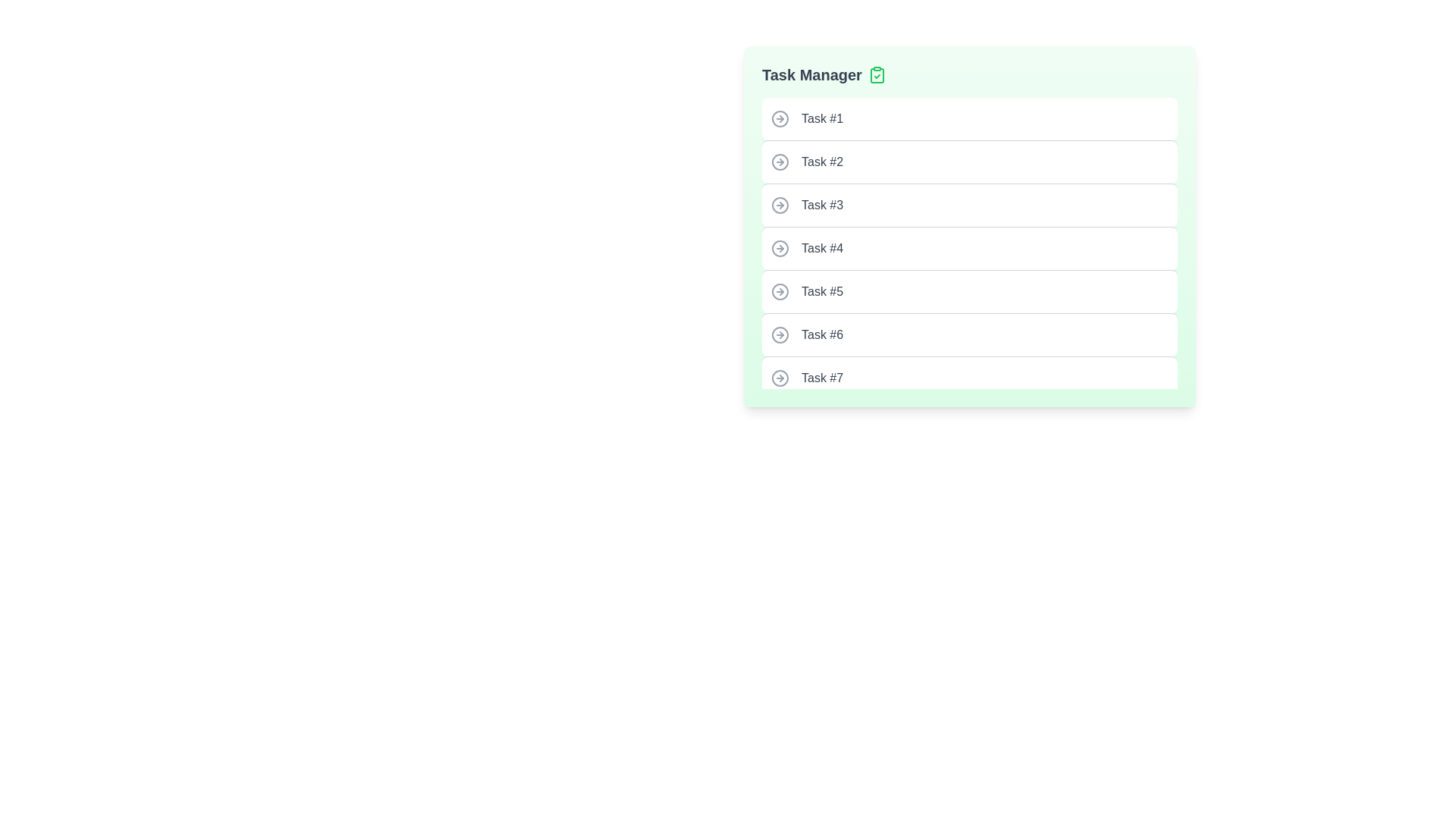 Image resolution: width=1456 pixels, height=819 pixels. Describe the element at coordinates (968, 291) in the screenshot. I see `the task labeled Task #5` at that location.